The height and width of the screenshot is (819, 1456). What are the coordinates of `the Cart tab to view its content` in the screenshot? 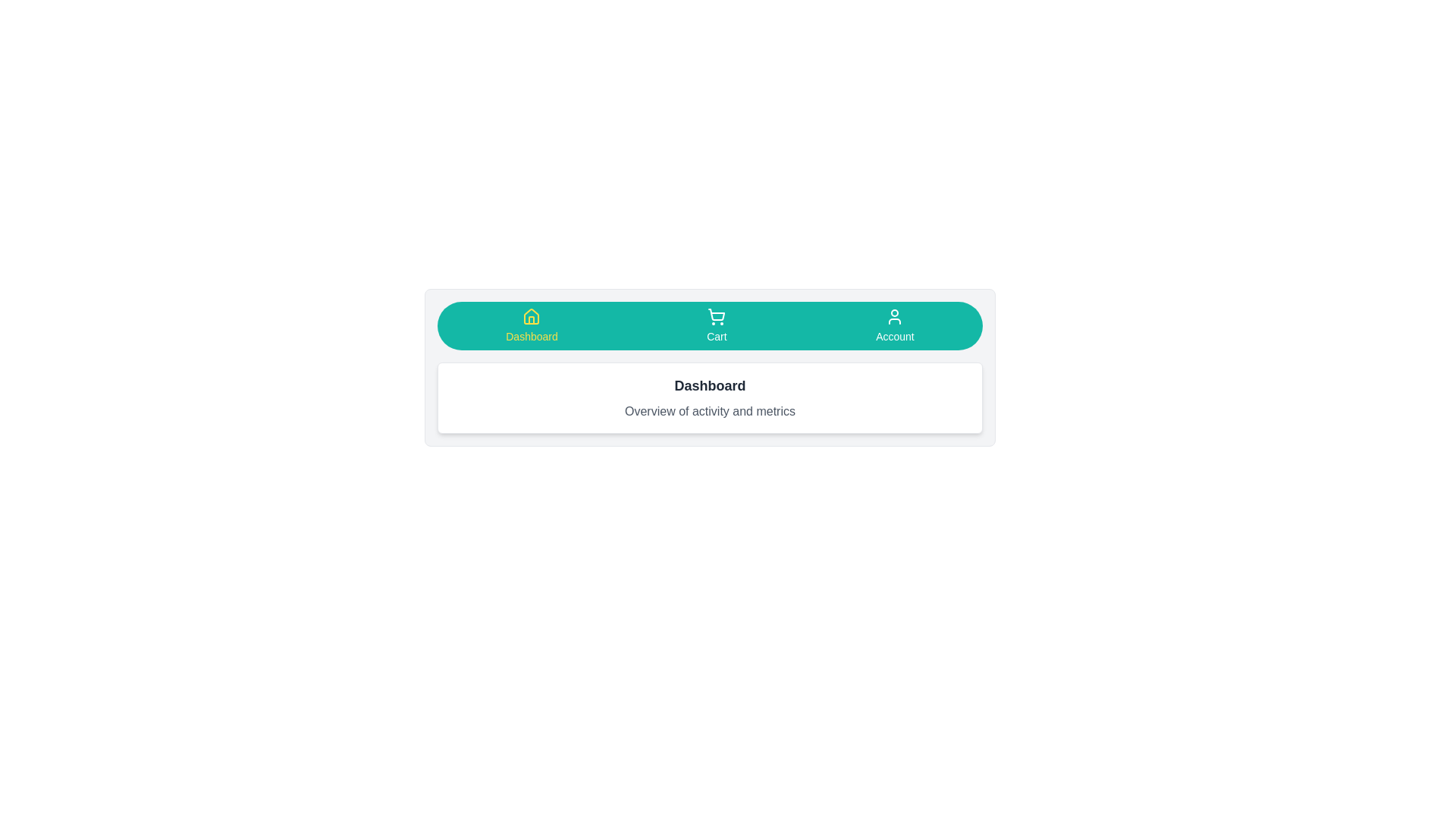 It's located at (716, 325).